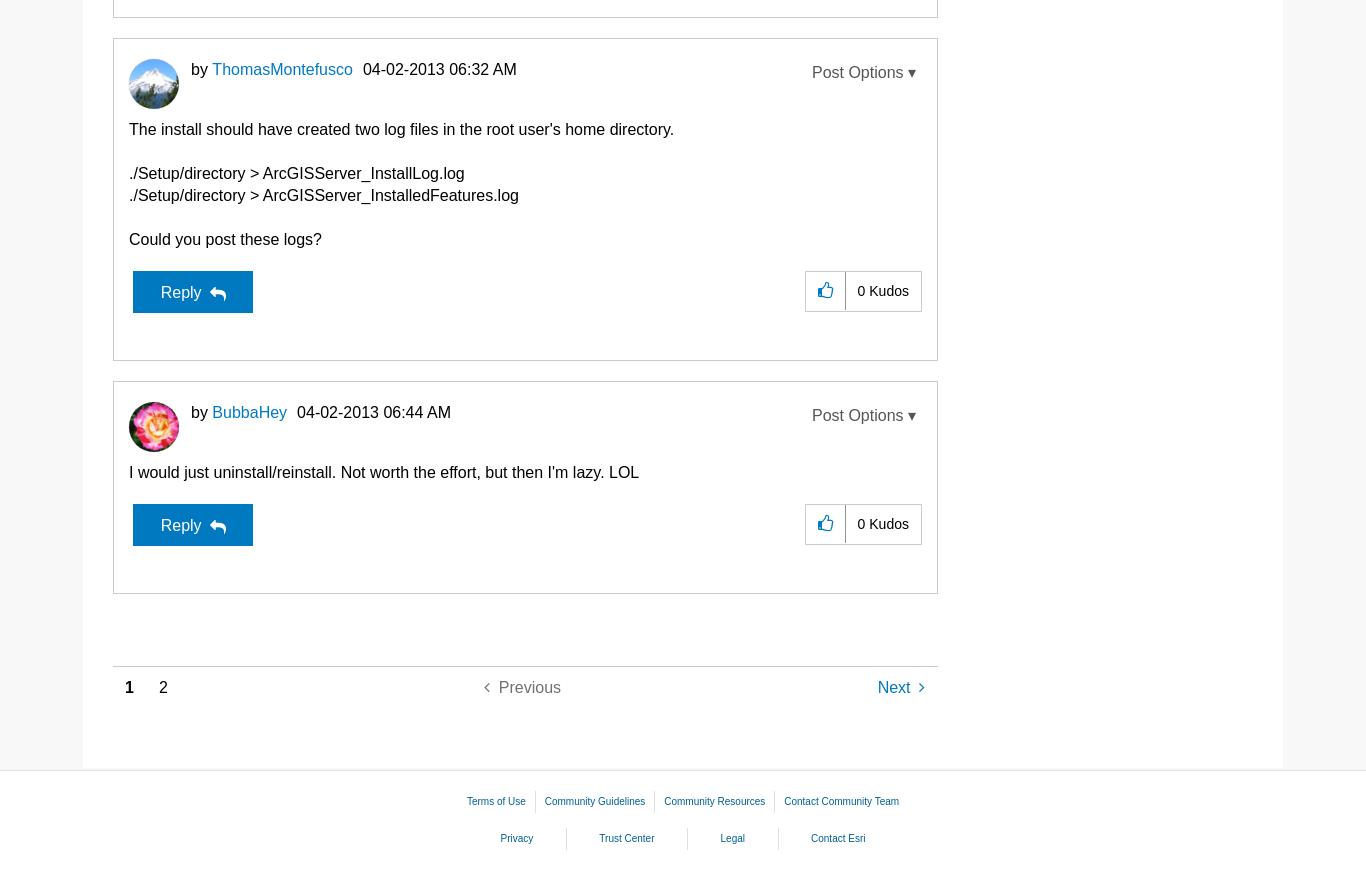 This screenshot has height=883, width=1366. I want to click on 'Next', so click(892, 686).